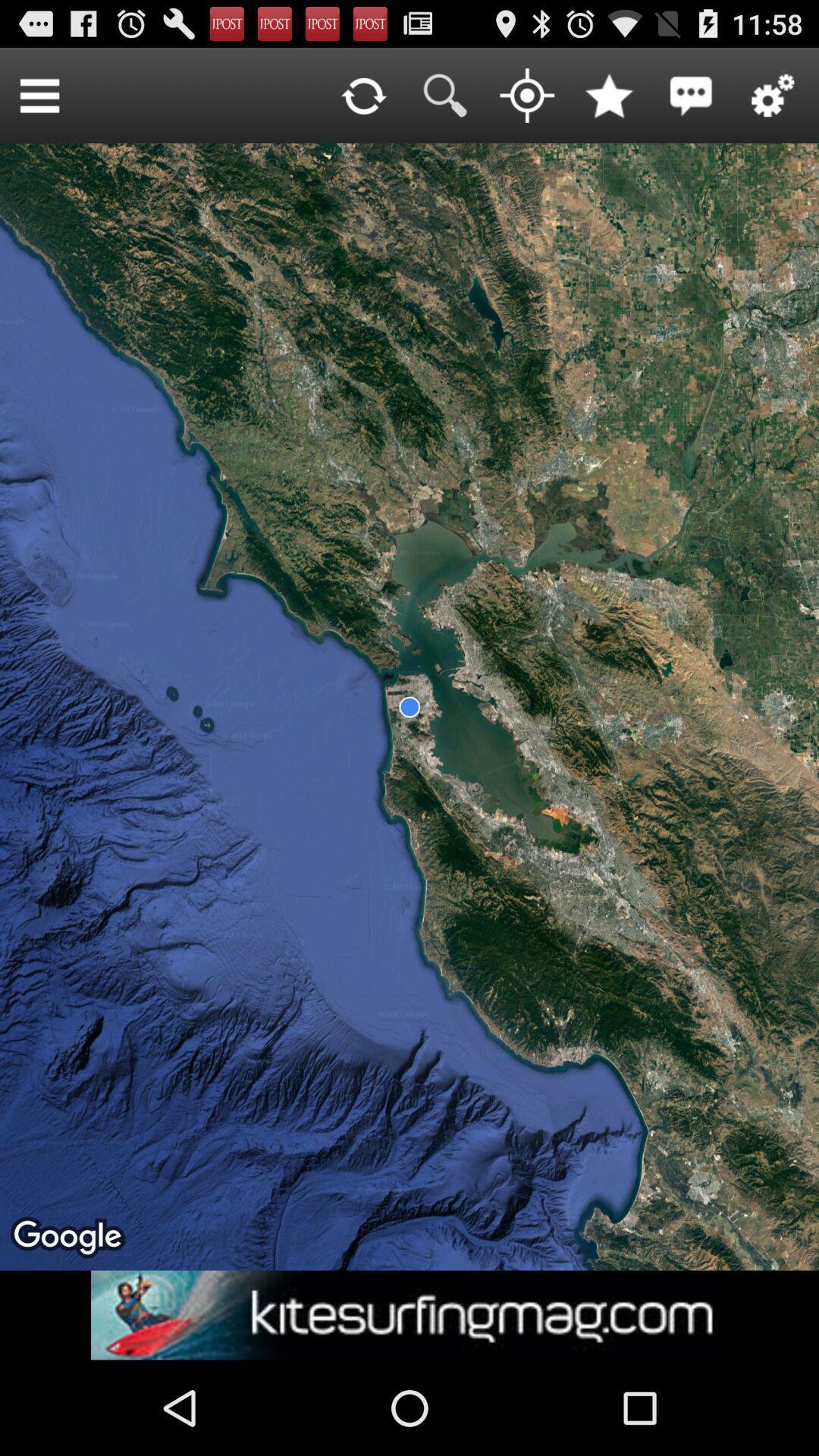 The width and height of the screenshot is (819, 1456). What do you see at coordinates (39, 94) in the screenshot?
I see `the item at the top left corner` at bounding box center [39, 94].